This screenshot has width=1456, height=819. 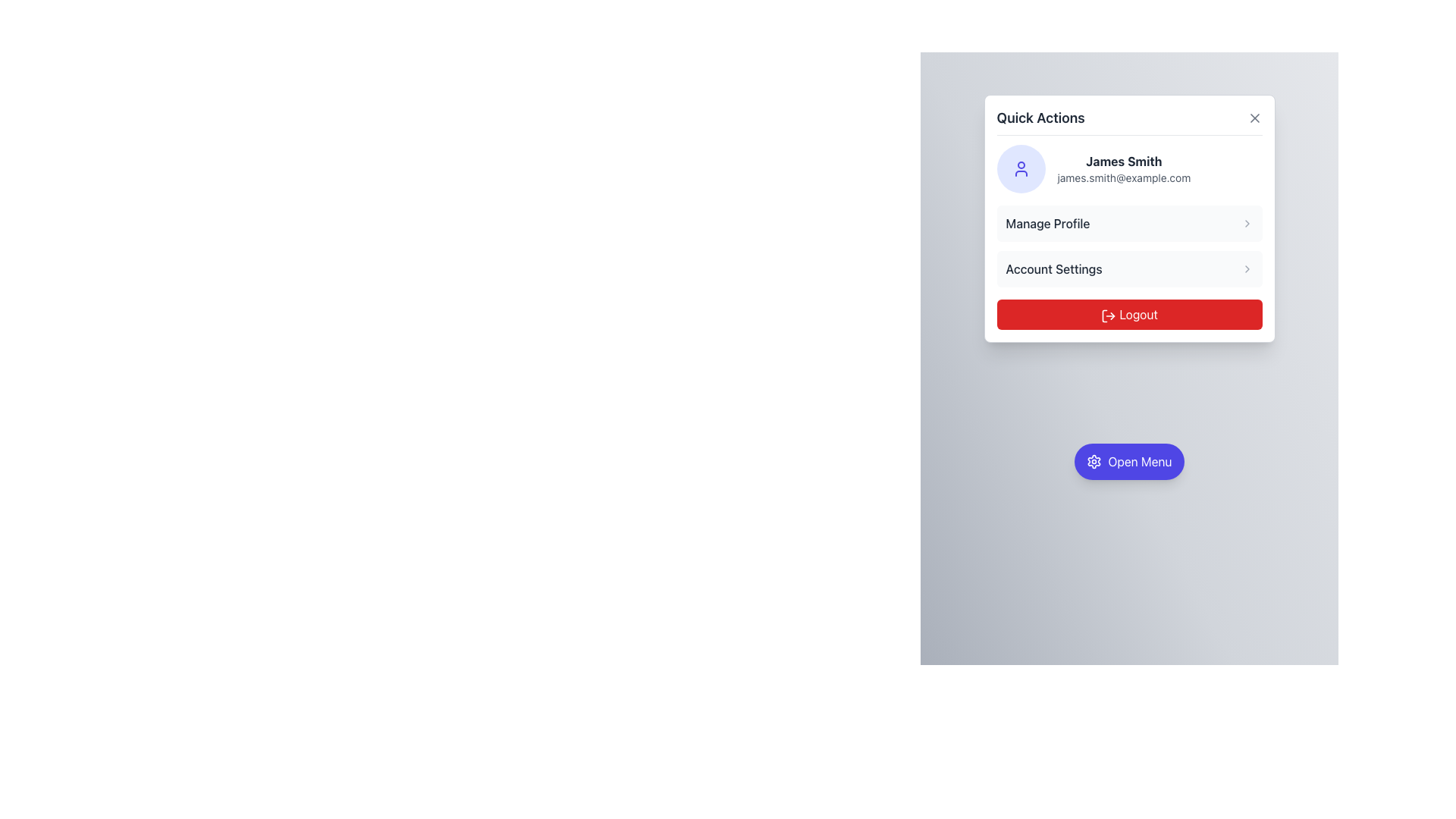 What do you see at coordinates (1124, 169) in the screenshot?
I see `the text display that shows the user's name and email address, located in the top section of the 'Quick Actions' card` at bounding box center [1124, 169].